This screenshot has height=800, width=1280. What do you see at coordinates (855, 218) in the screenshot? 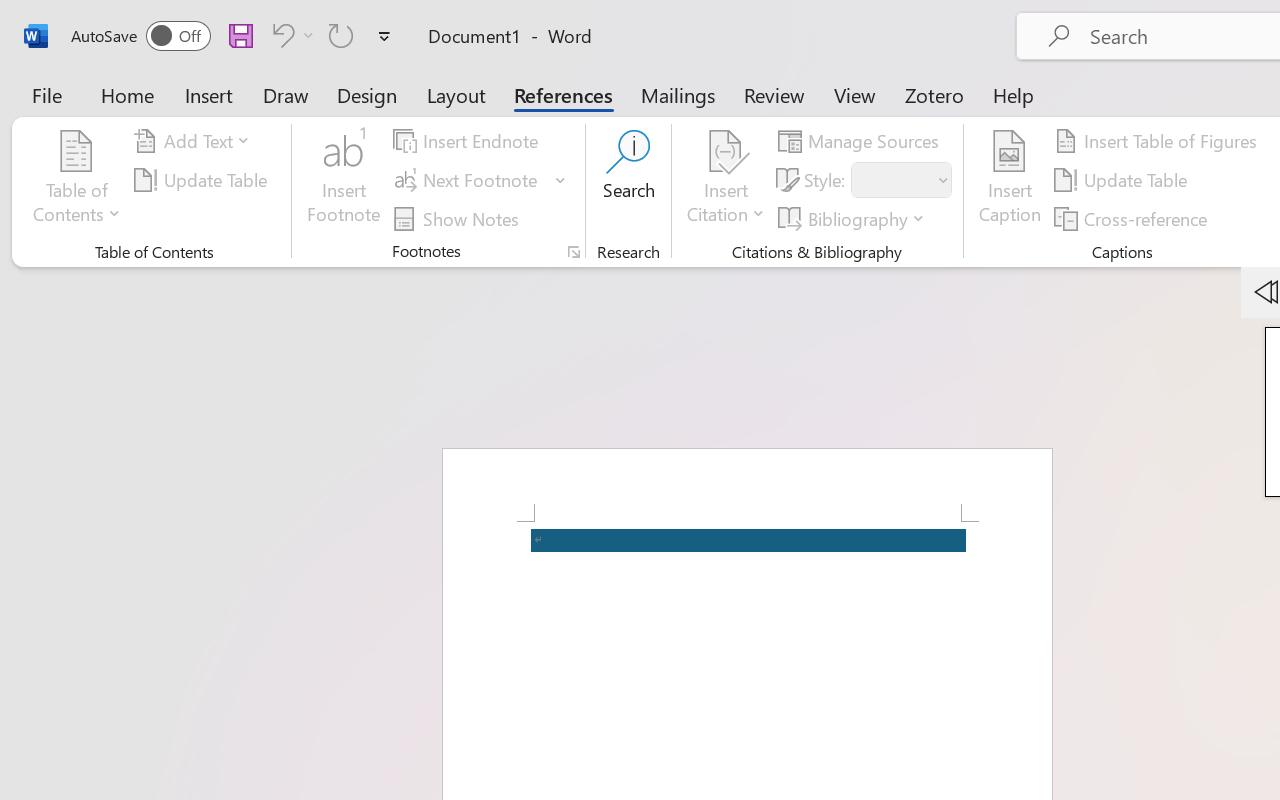
I see `'Bibliography'` at bounding box center [855, 218].